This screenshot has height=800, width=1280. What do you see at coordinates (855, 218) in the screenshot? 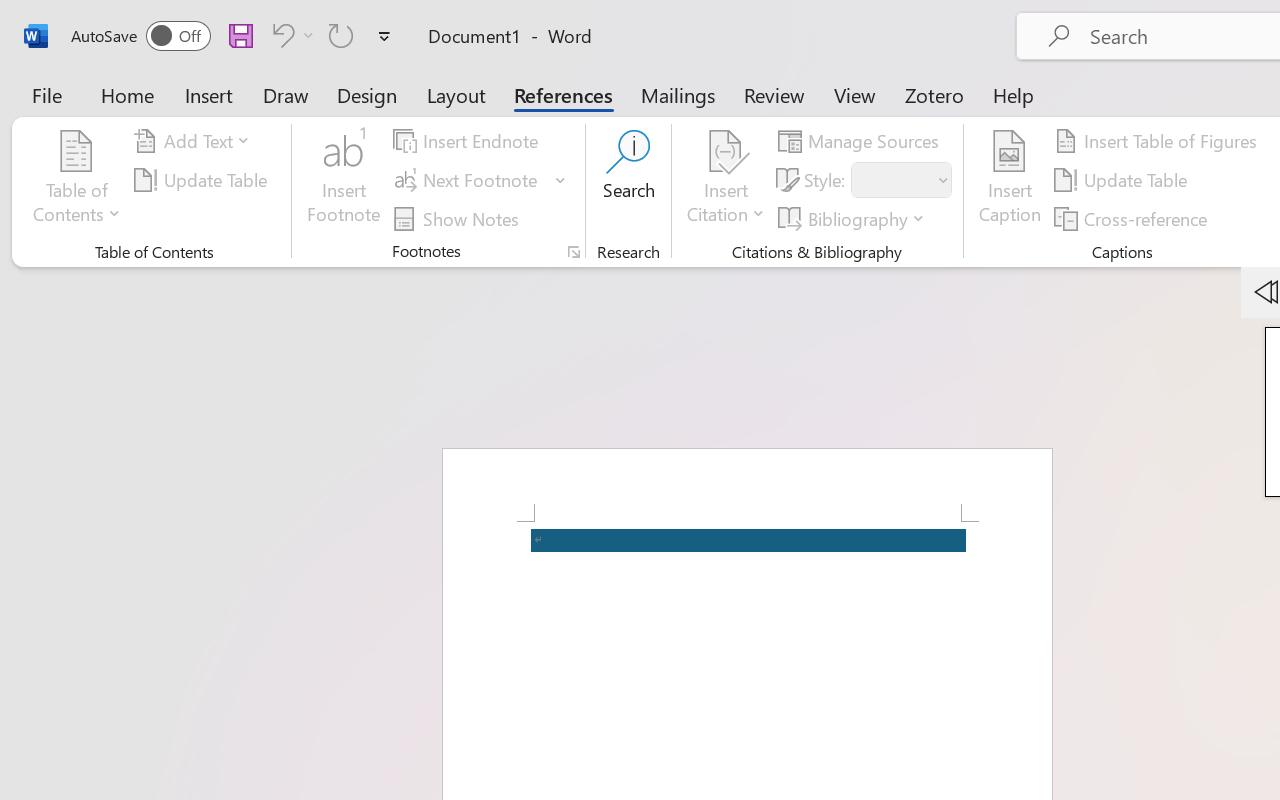
I see `'Bibliography'` at bounding box center [855, 218].